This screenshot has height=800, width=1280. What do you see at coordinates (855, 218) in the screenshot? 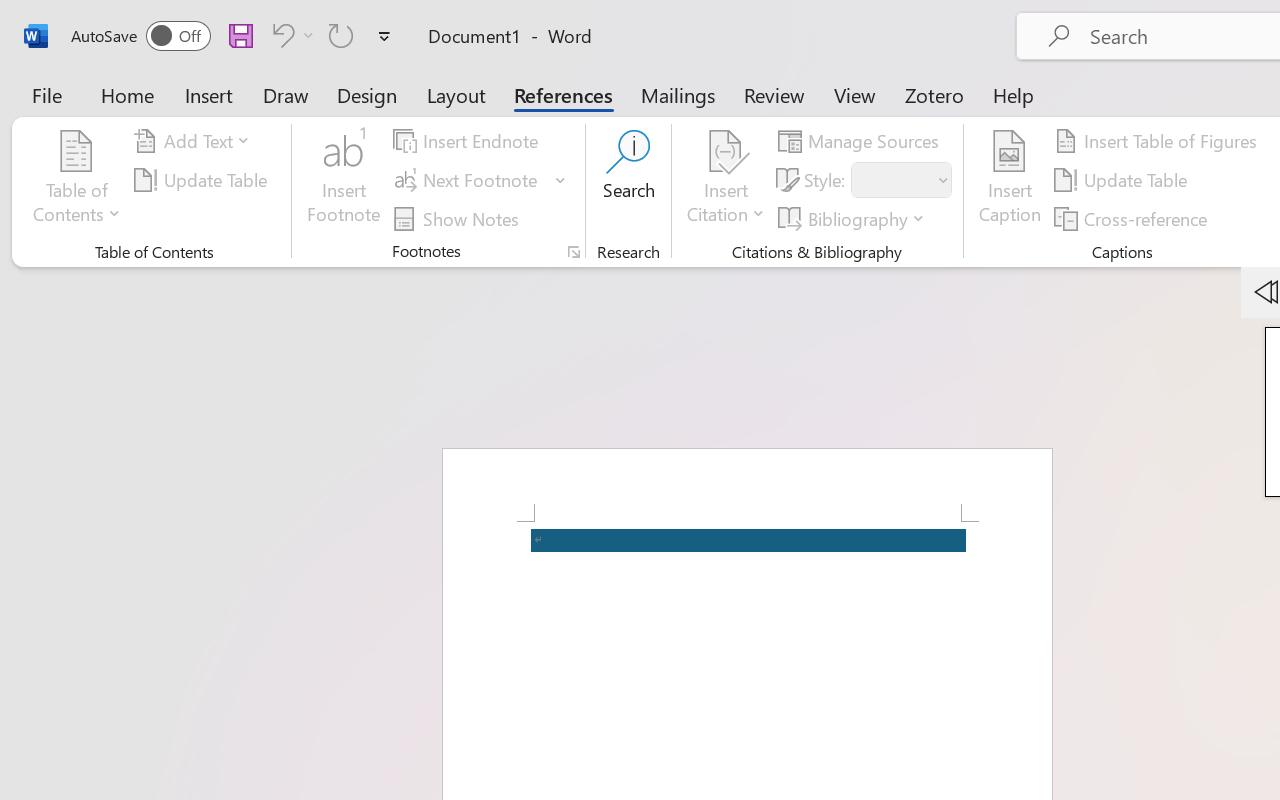
I see `'Bibliography'` at bounding box center [855, 218].